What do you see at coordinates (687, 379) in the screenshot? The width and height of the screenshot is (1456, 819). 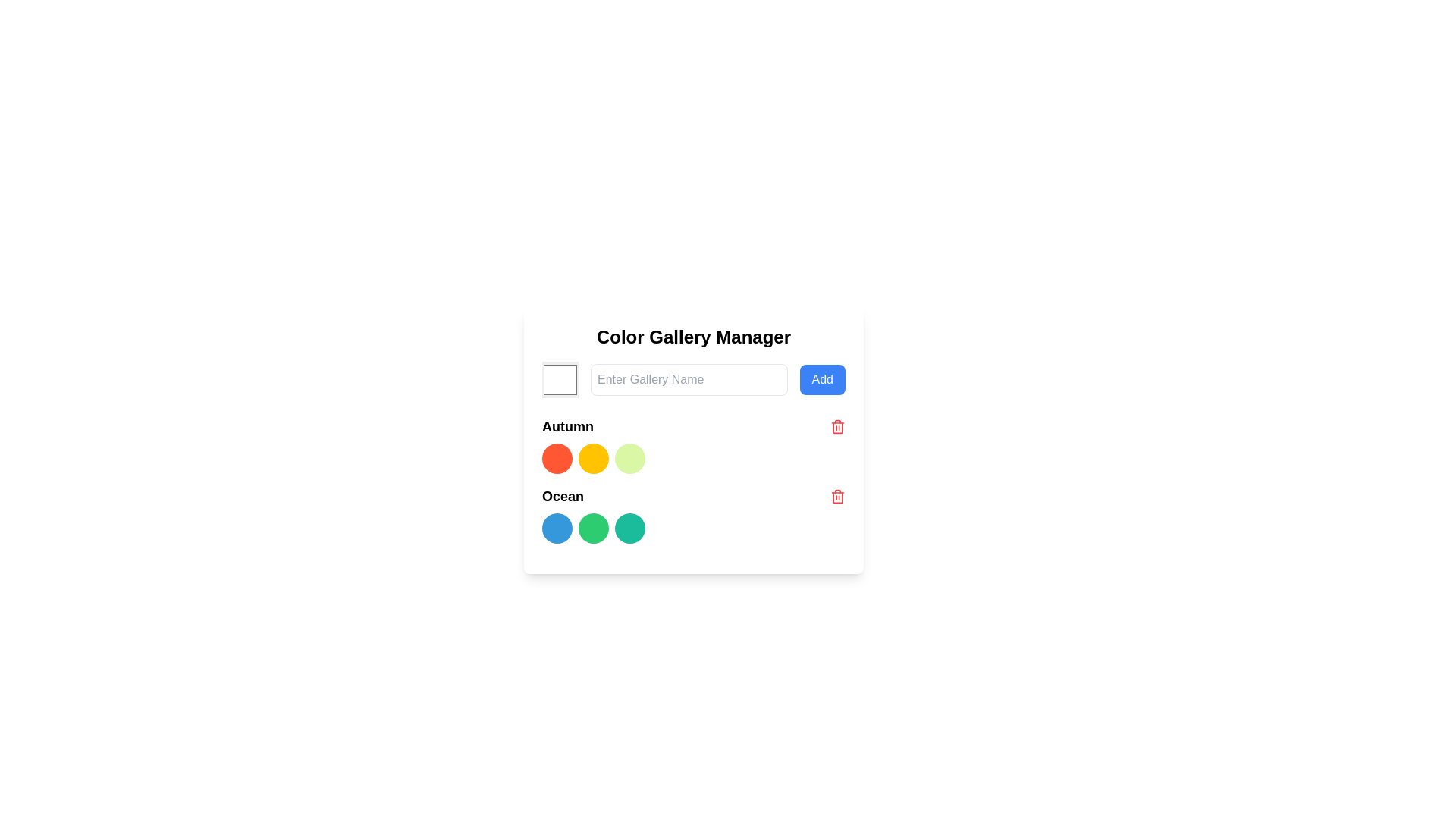 I see `to focus on the text input box for entering a gallery name, which is centrally located between the color picker and the 'Add' button` at bounding box center [687, 379].